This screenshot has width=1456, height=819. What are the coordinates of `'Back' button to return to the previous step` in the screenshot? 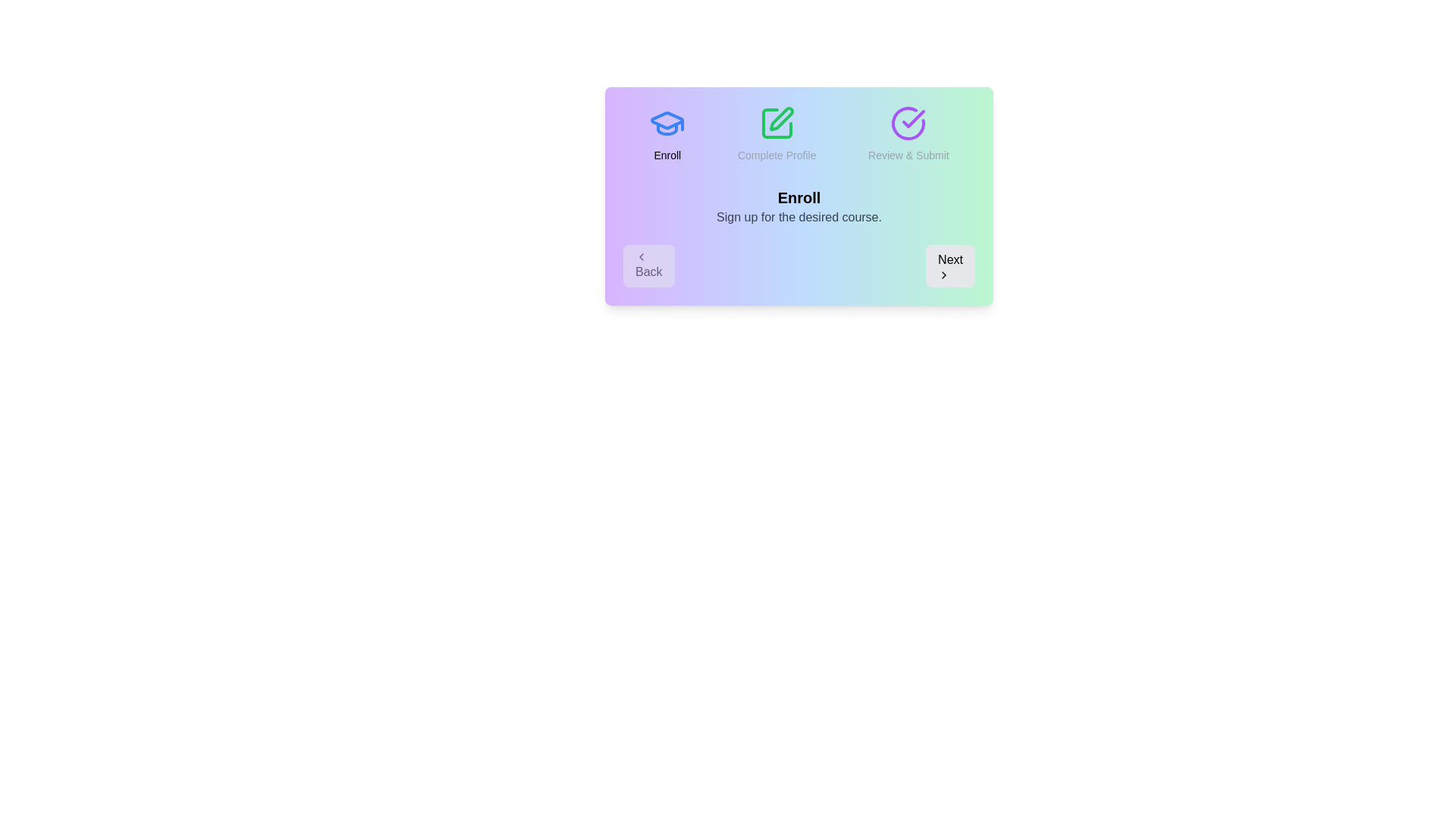 It's located at (648, 265).